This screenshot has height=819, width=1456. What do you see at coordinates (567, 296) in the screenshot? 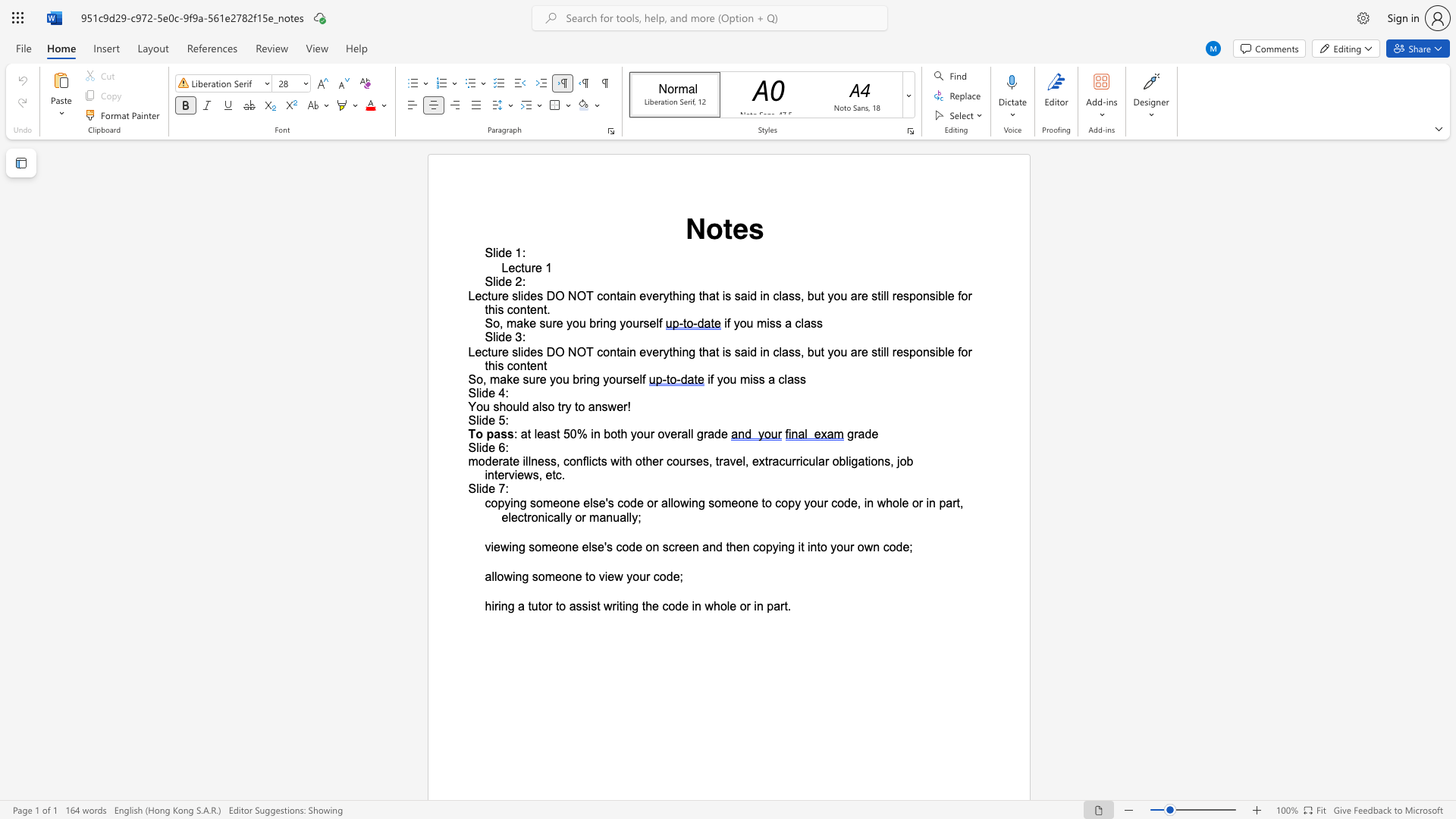
I see `the subset text "NO" within the text "Lecture slides DO NOT"` at bounding box center [567, 296].